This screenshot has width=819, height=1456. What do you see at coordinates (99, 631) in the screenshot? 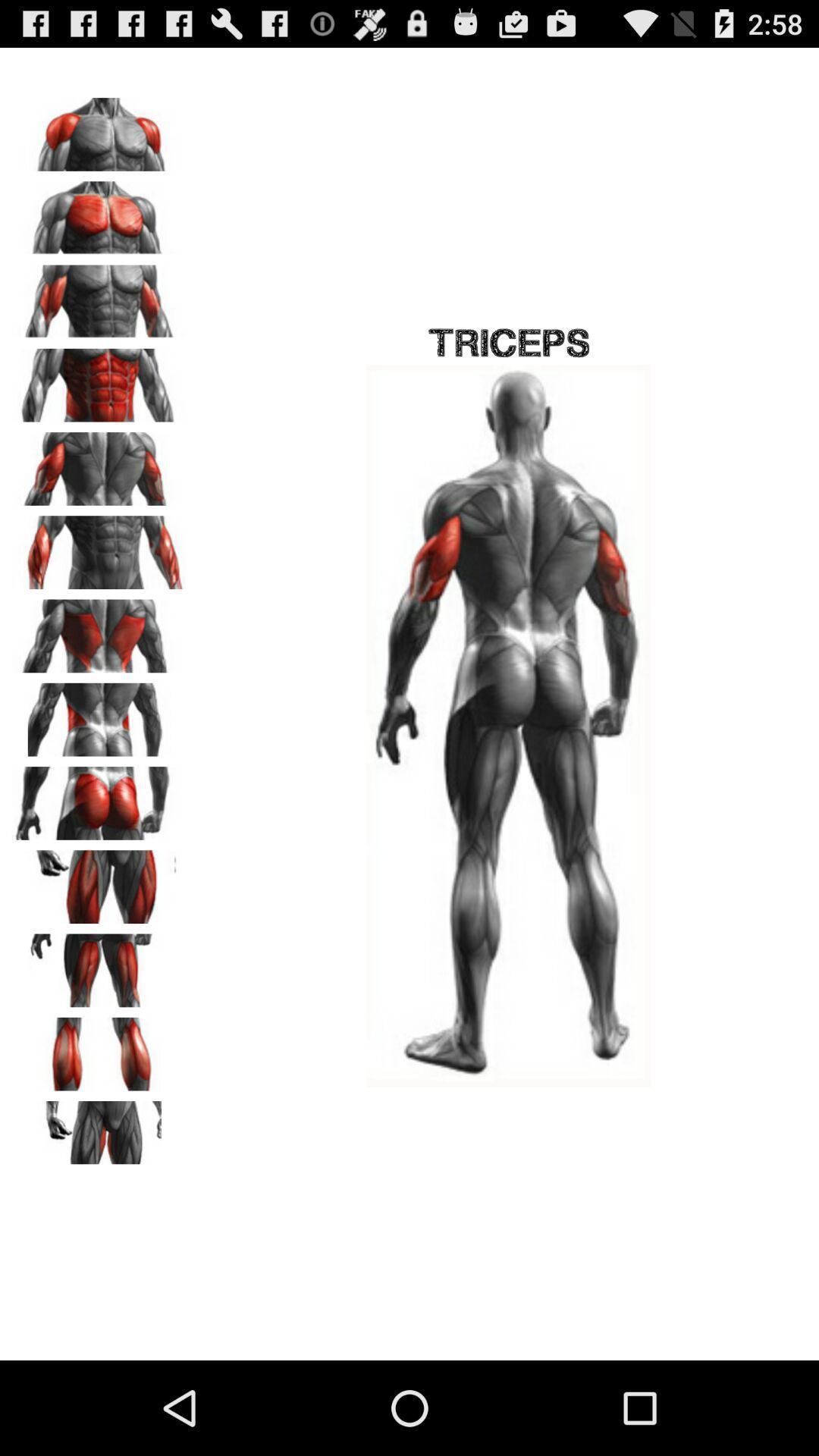
I see `selected photo` at bounding box center [99, 631].